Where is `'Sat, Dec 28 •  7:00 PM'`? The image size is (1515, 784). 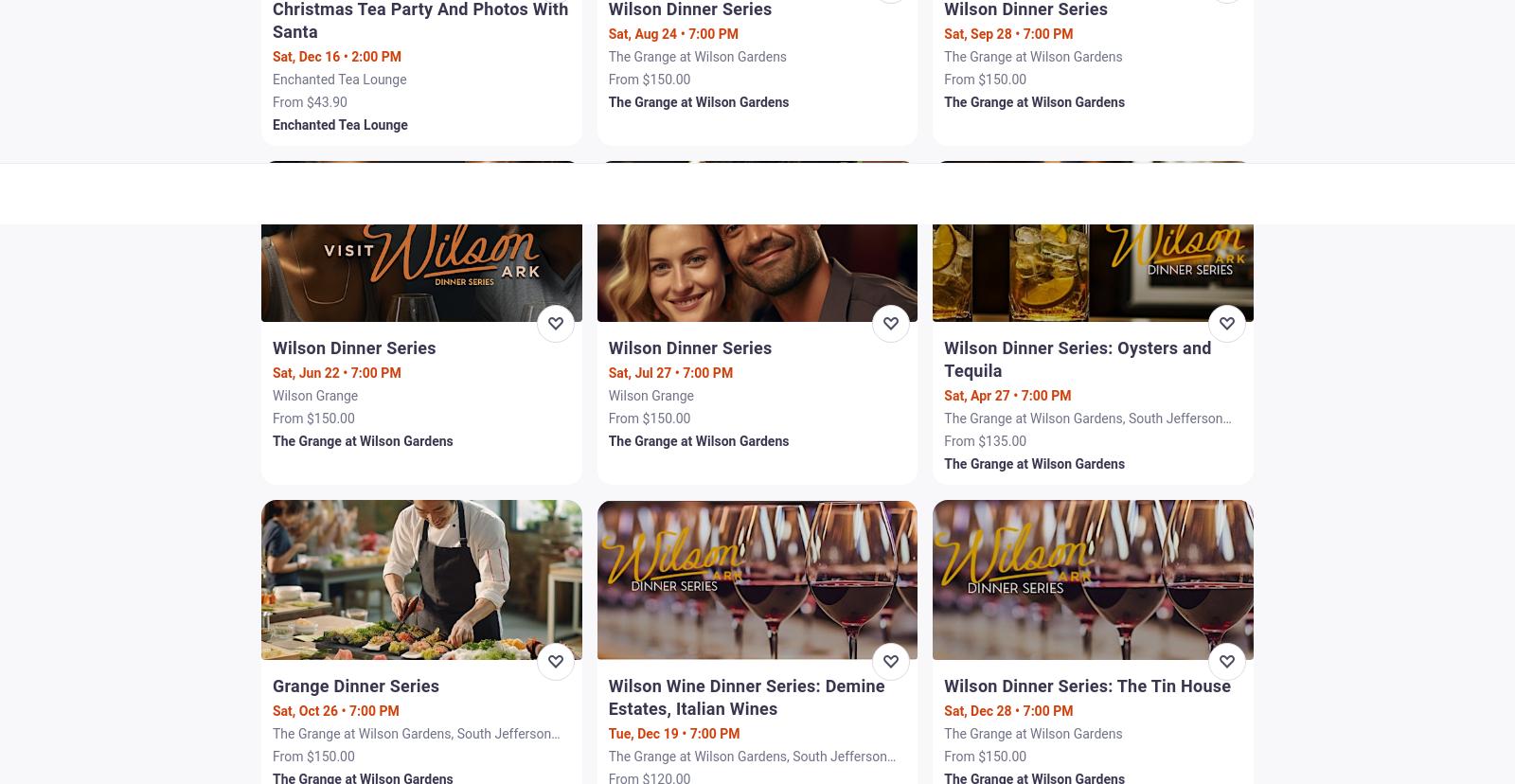 'Sat, Dec 28 •  7:00 PM' is located at coordinates (1007, 709).